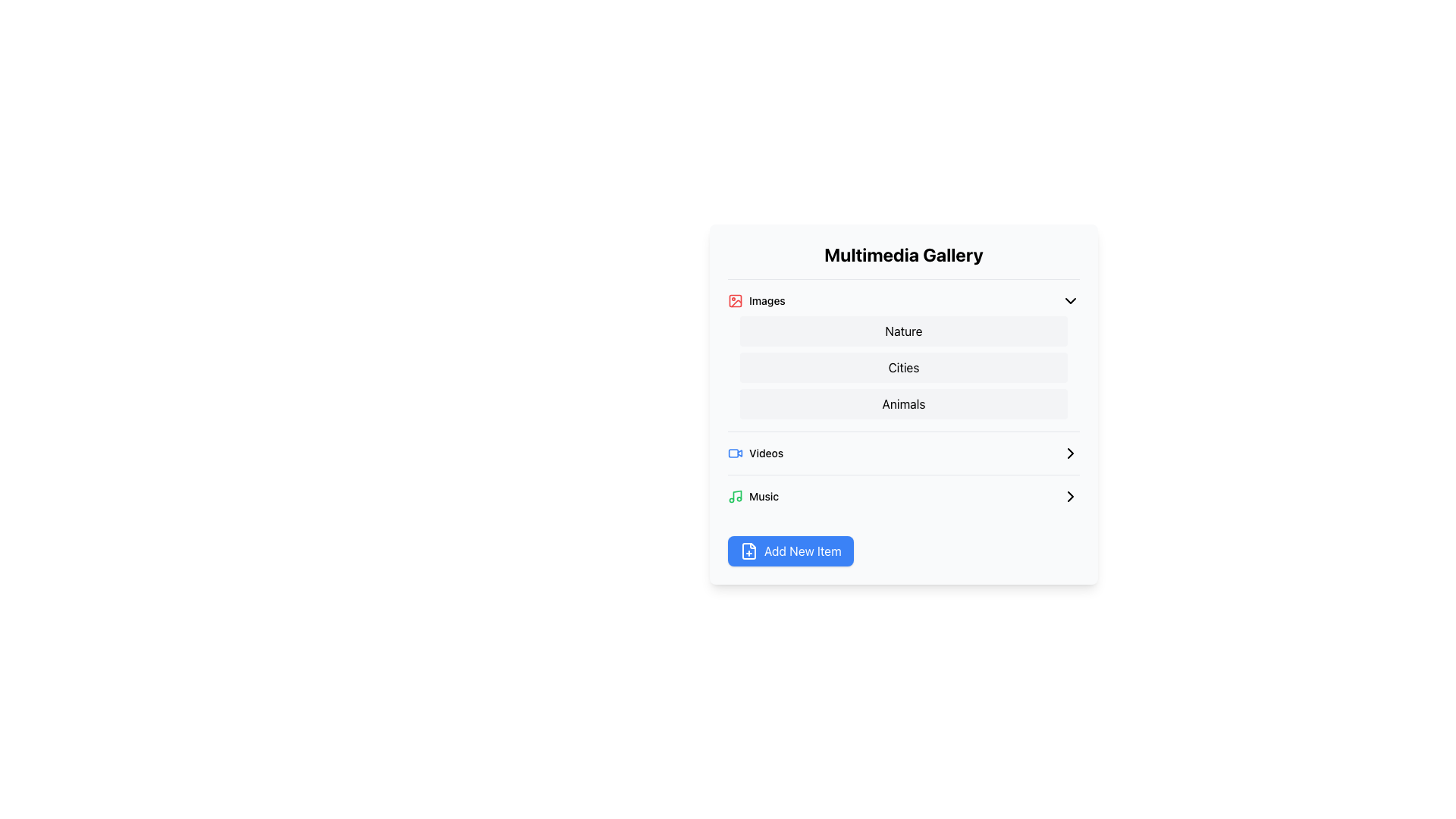 The image size is (1456, 819). Describe the element at coordinates (1069, 452) in the screenshot. I see `the chevron icon located to the right of the 'Videos' label` at that location.